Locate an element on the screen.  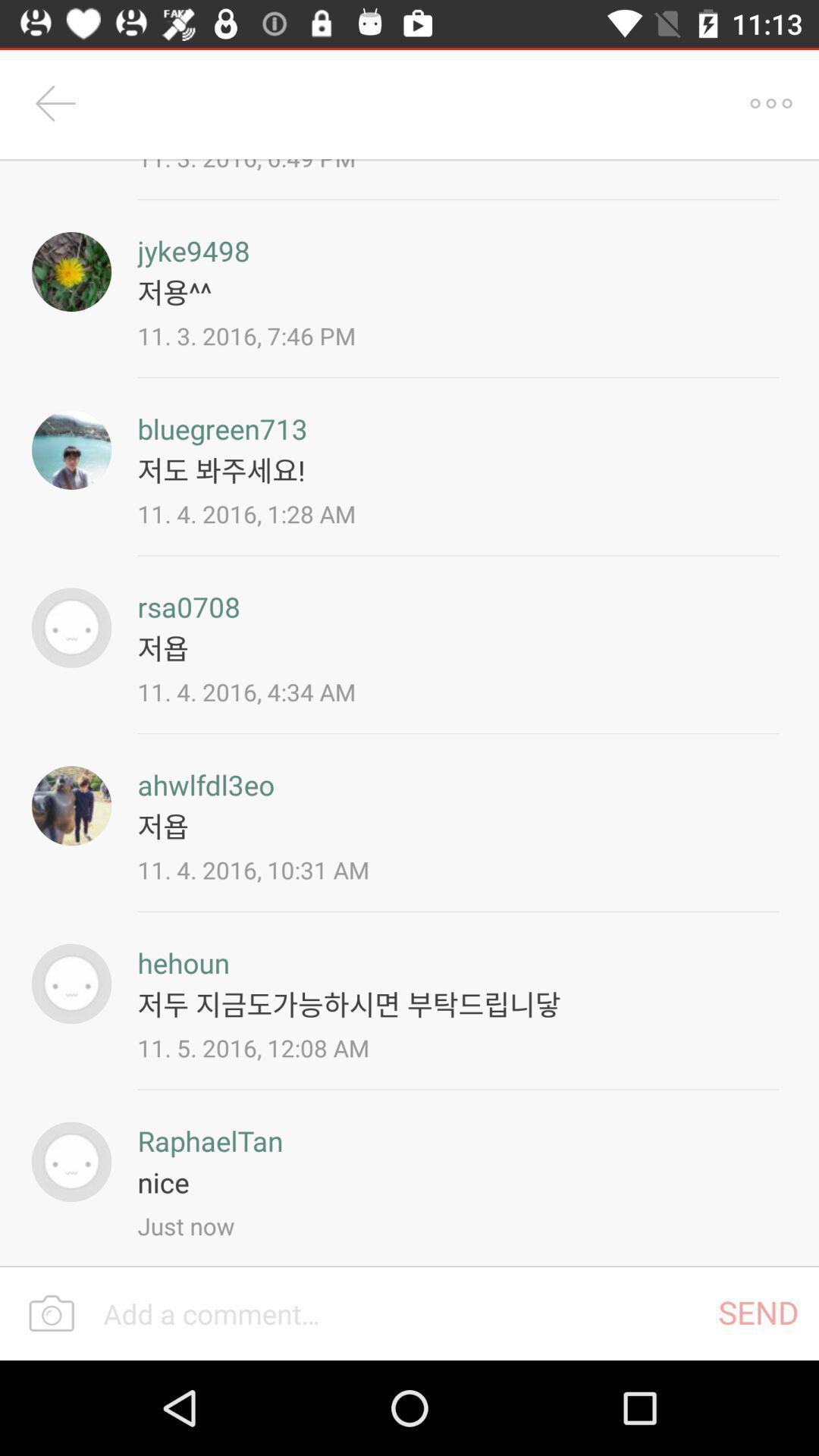
see profile is located at coordinates (71, 271).